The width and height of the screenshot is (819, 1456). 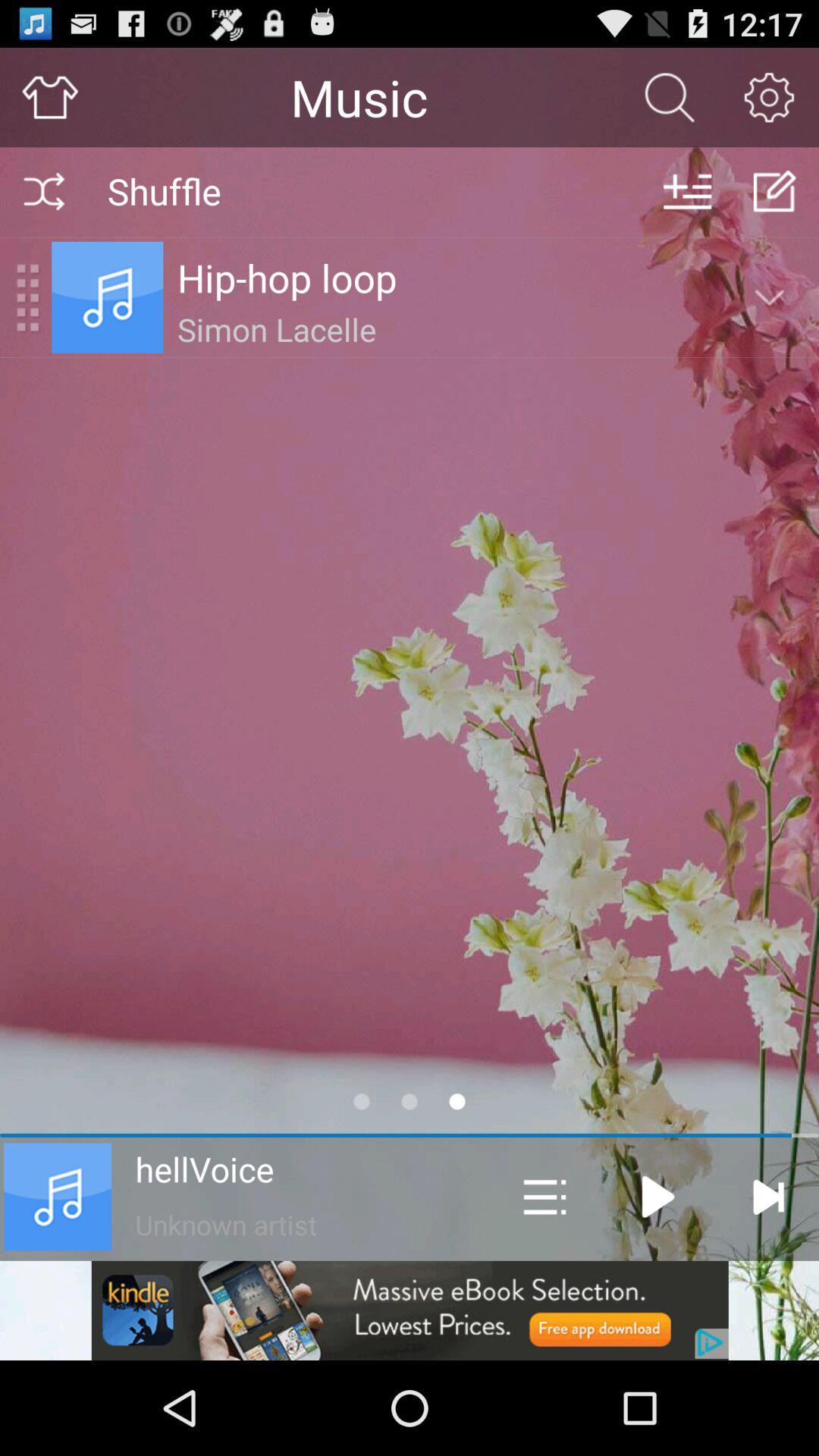 What do you see at coordinates (768, 1196) in the screenshot?
I see `the forward icon` at bounding box center [768, 1196].